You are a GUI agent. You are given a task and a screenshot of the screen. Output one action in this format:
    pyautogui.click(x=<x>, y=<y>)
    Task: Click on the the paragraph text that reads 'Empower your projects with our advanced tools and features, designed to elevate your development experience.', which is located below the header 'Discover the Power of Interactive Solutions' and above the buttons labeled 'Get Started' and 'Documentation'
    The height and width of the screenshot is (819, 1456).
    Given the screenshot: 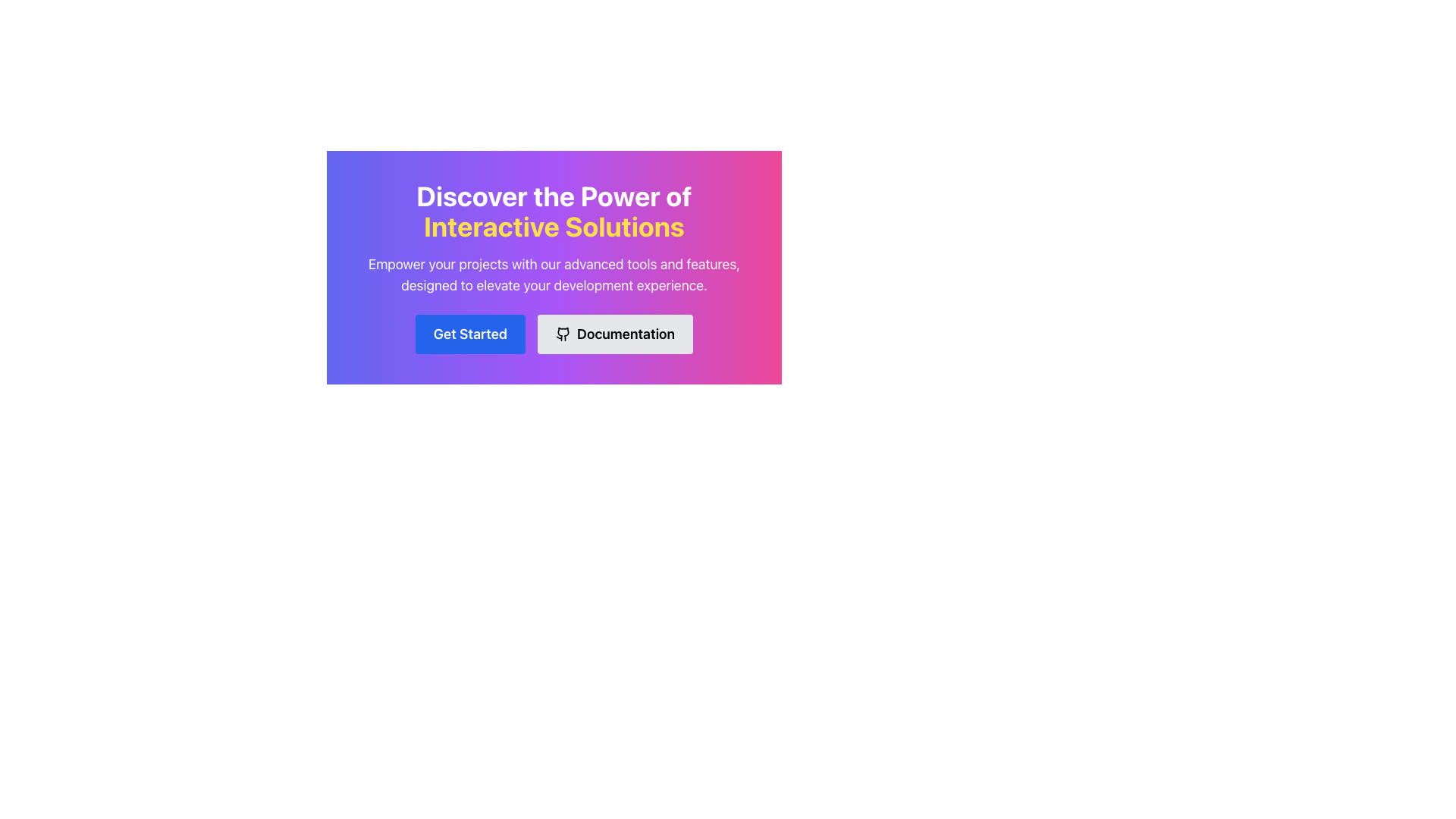 What is the action you would take?
    pyautogui.click(x=553, y=275)
    